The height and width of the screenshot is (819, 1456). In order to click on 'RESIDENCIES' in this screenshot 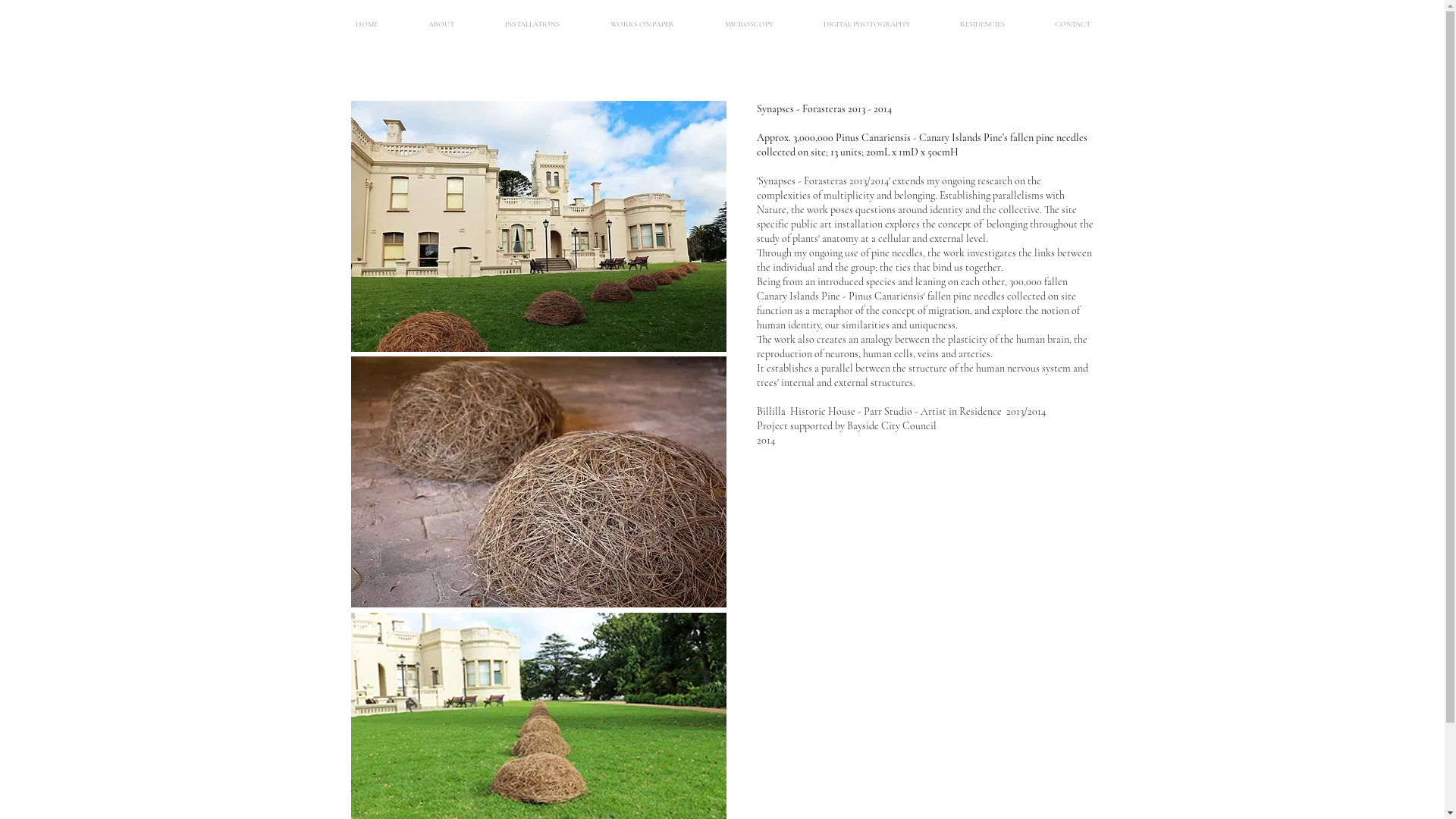, I will do `click(981, 24)`.